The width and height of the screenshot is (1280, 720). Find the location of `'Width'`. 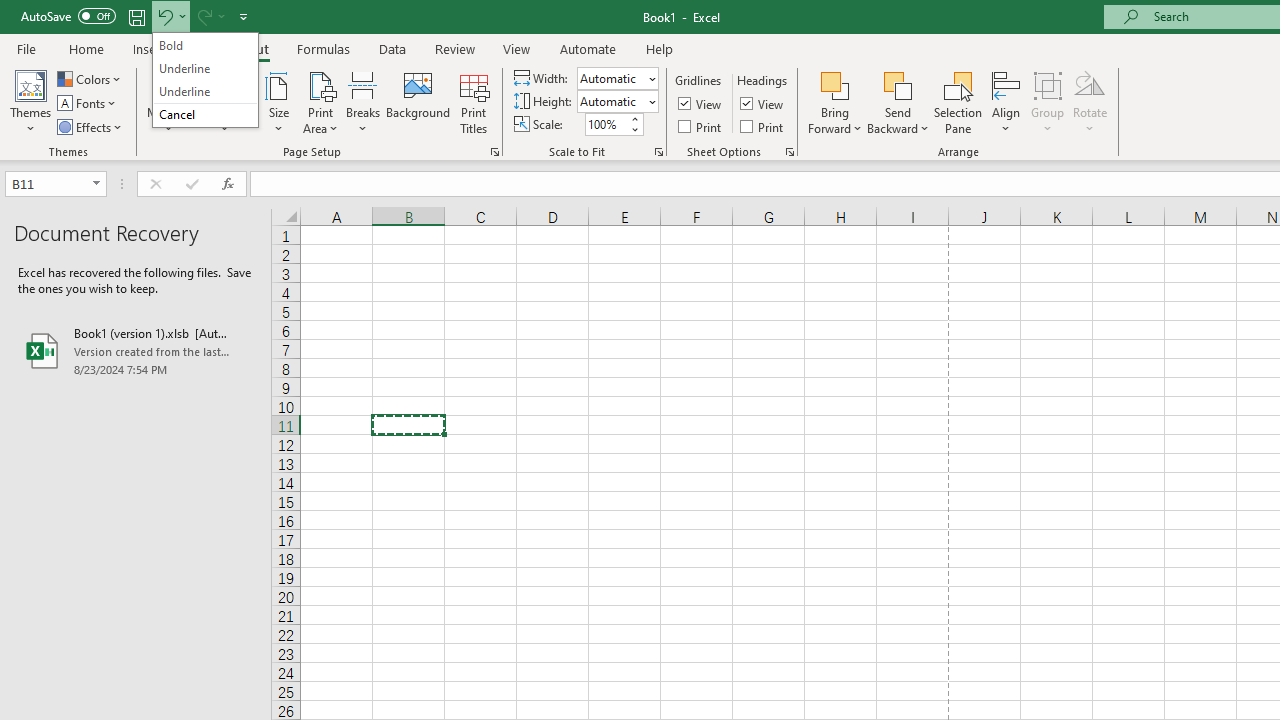

'Width' is located at coordinates (610, 77).